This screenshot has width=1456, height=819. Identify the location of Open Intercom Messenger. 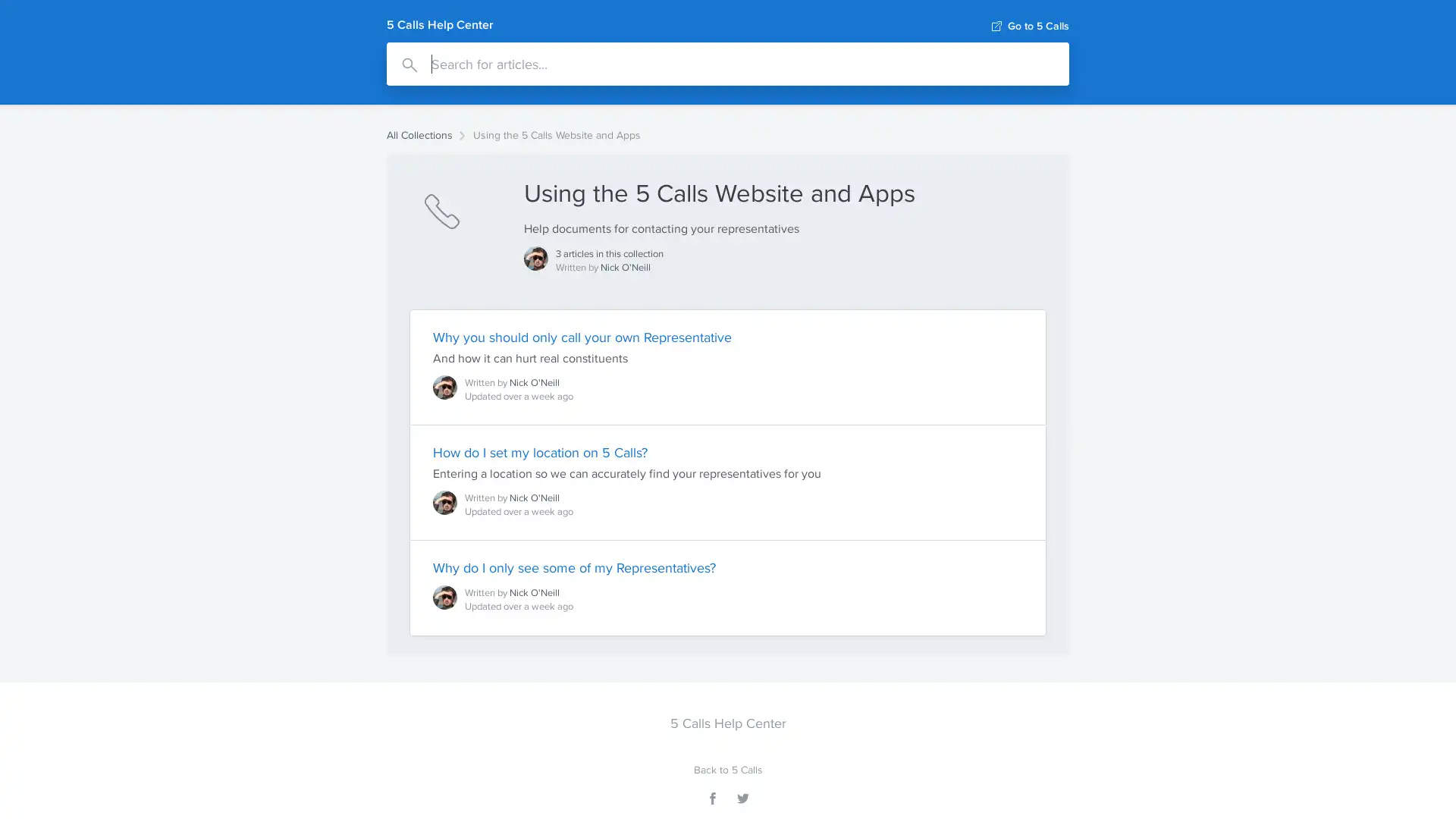
(1417, 780).